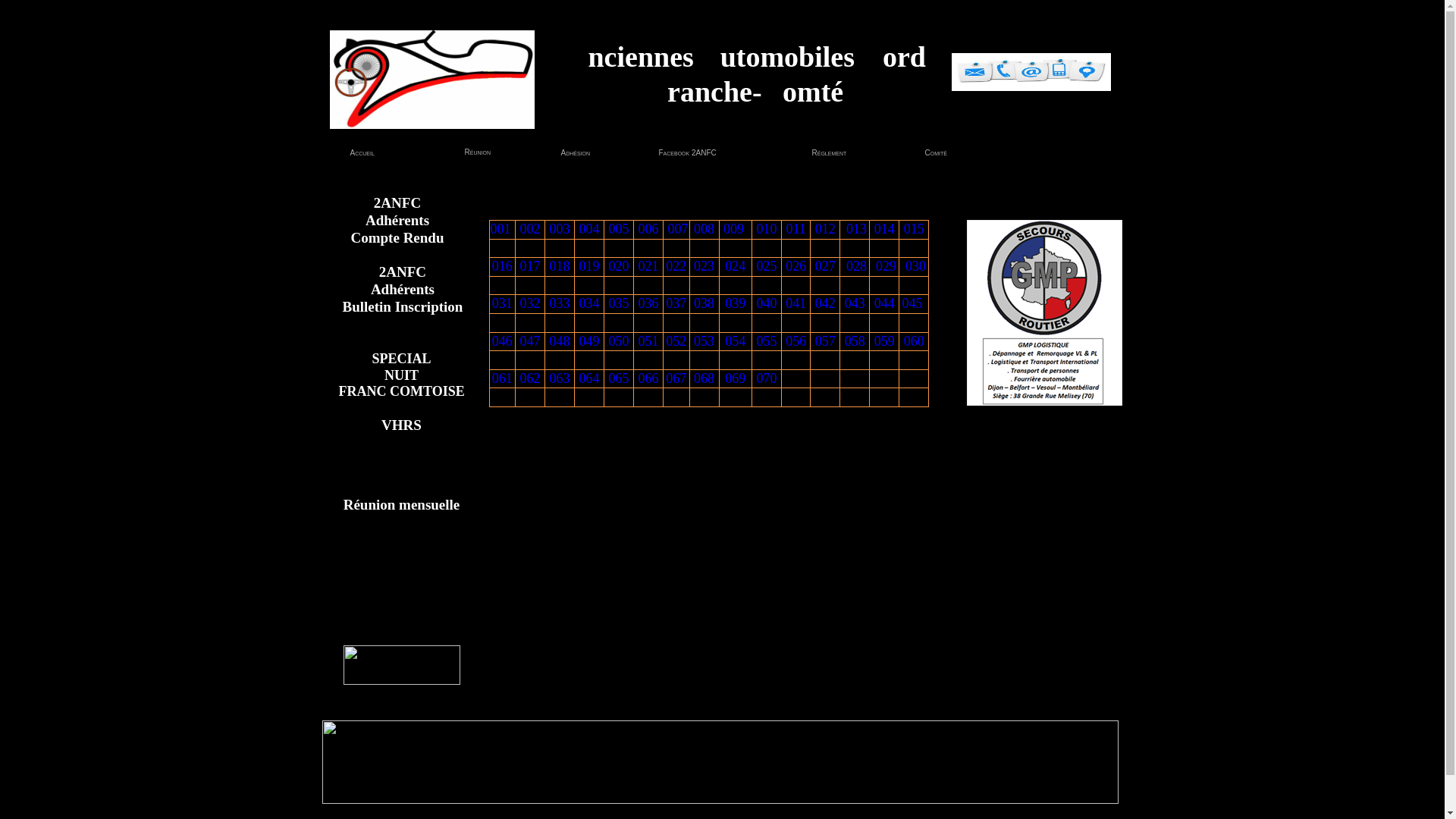  Describe the element at coordinates (400, 375) in the screenshot. I see `'SPECIAL` at that location.